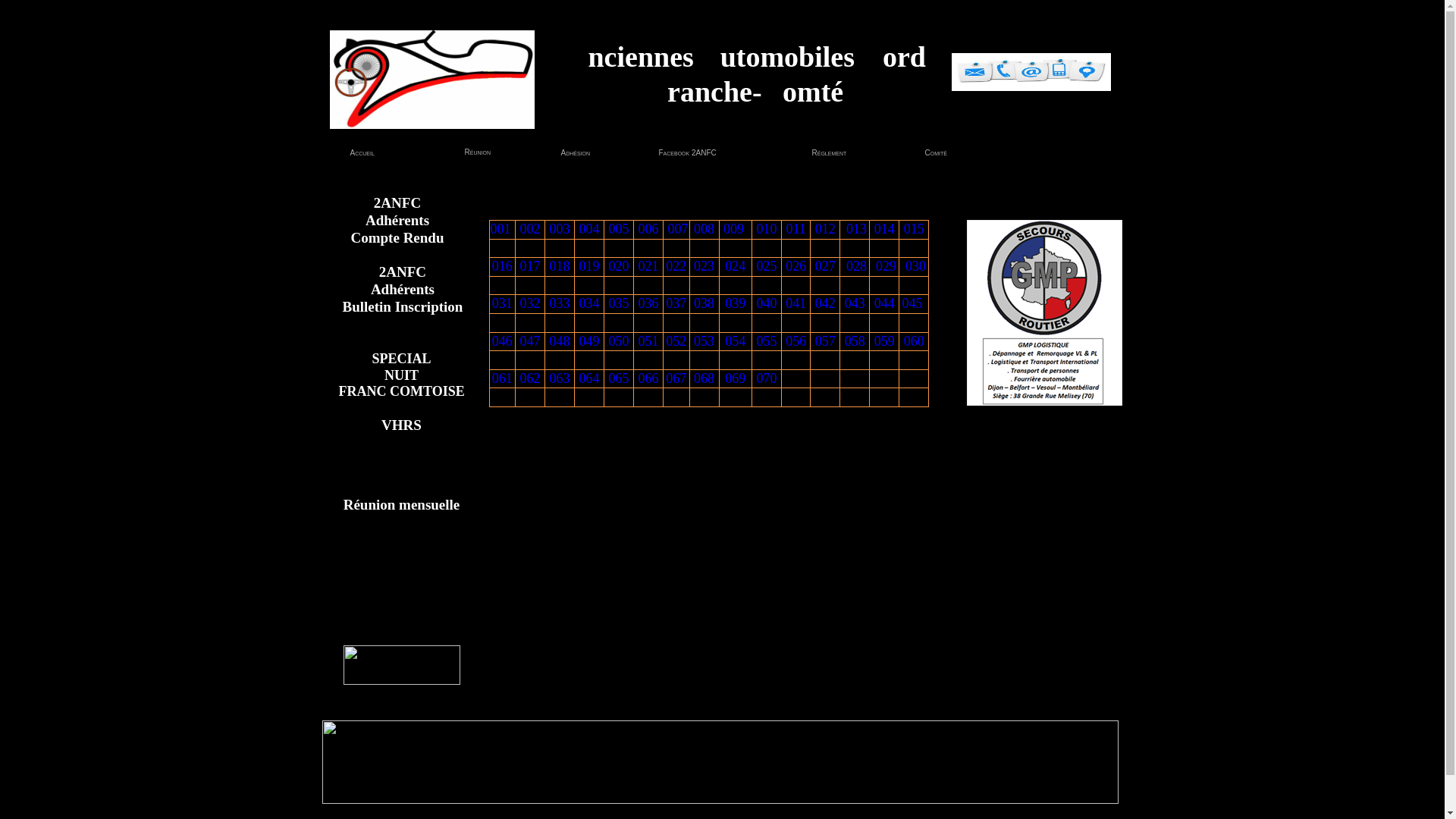  Describe the element at coordinates (400, 375) in the screenshot. I see `'SPECIAL` at that location.